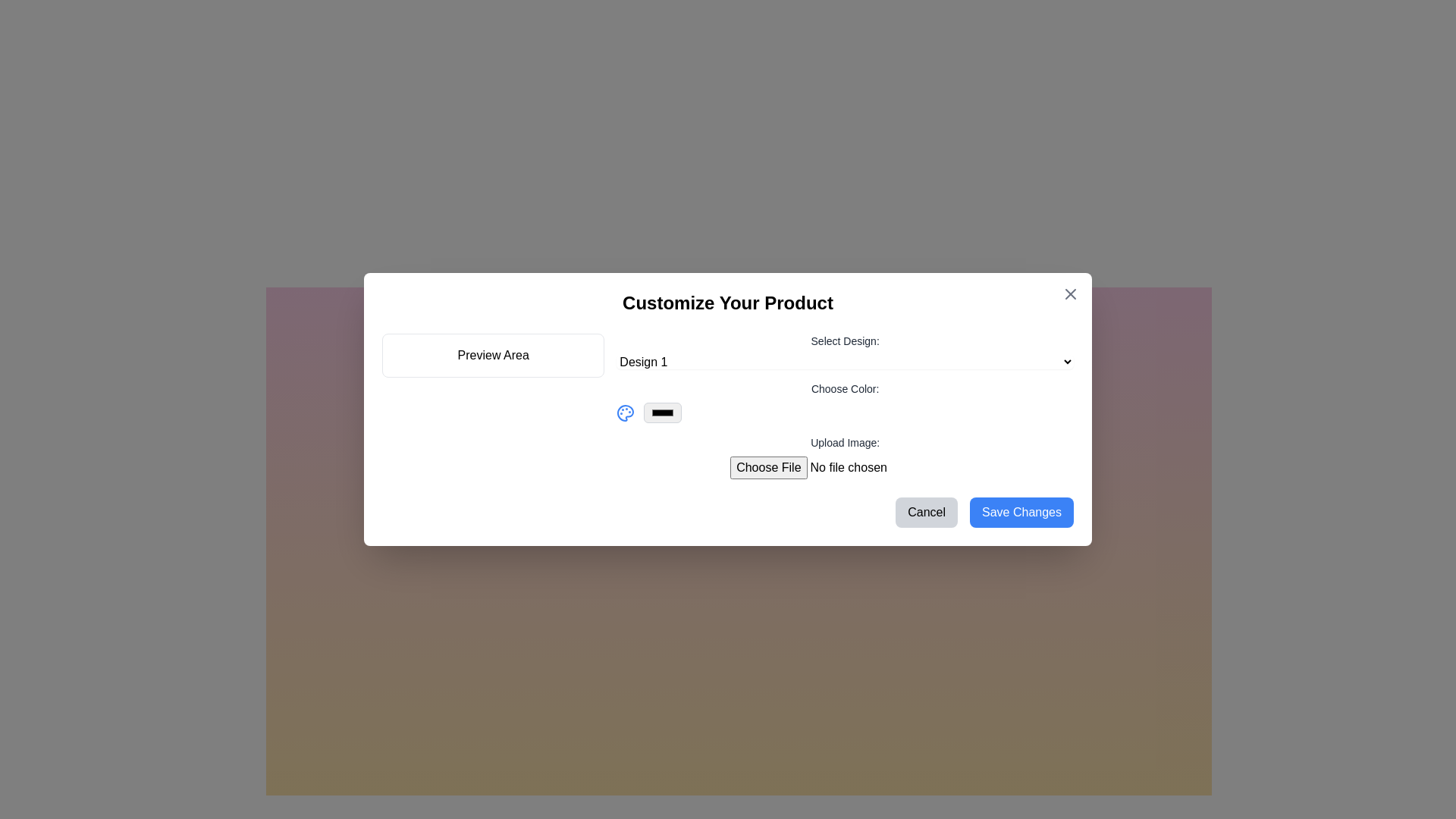  I want to click on the Color input field, so click(663, 413).